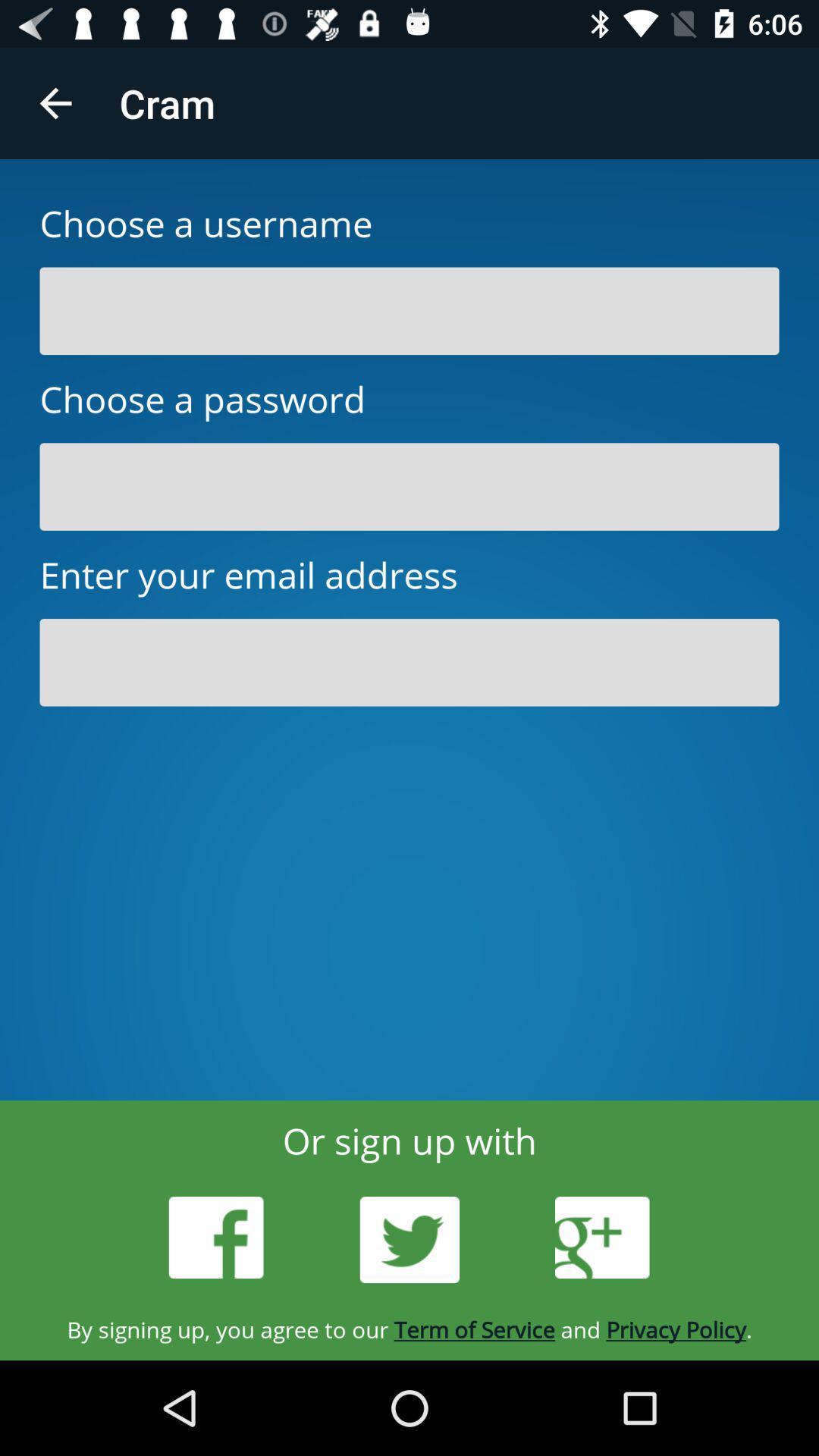 The width and height of the screenshot is (819, 1456). What do you see at coordinates (601, 1238) in the screenshot?
I see `the icon above by signing up` at bounding box center [601, 1238].